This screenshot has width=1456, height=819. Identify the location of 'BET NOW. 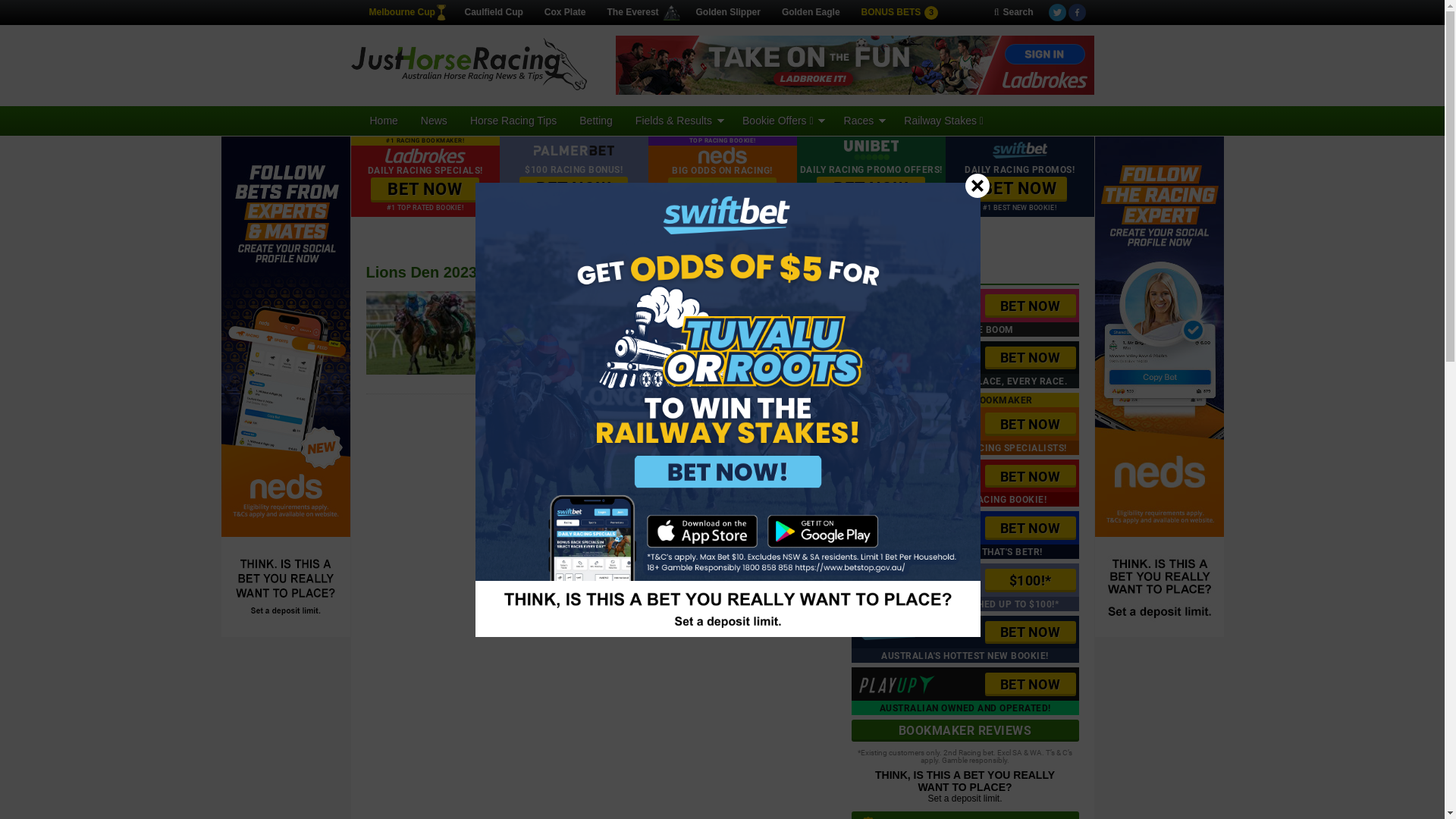
(964, 534).